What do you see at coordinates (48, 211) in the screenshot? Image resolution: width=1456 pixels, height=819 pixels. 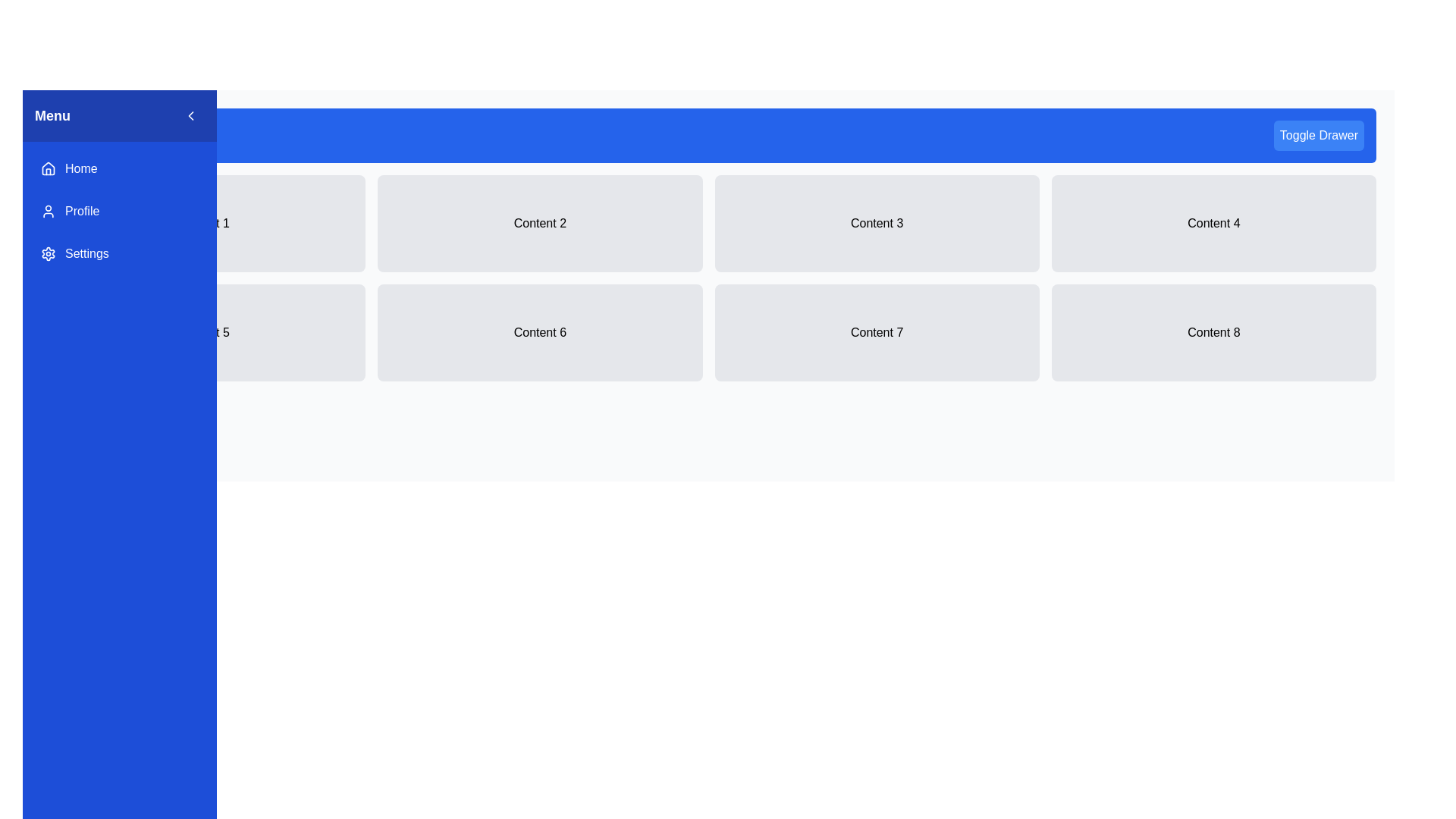 I see `the user profile SVG icon located to the left of the 'Profile' label in the vertical navigation menu` at bounding box center [48, 211].